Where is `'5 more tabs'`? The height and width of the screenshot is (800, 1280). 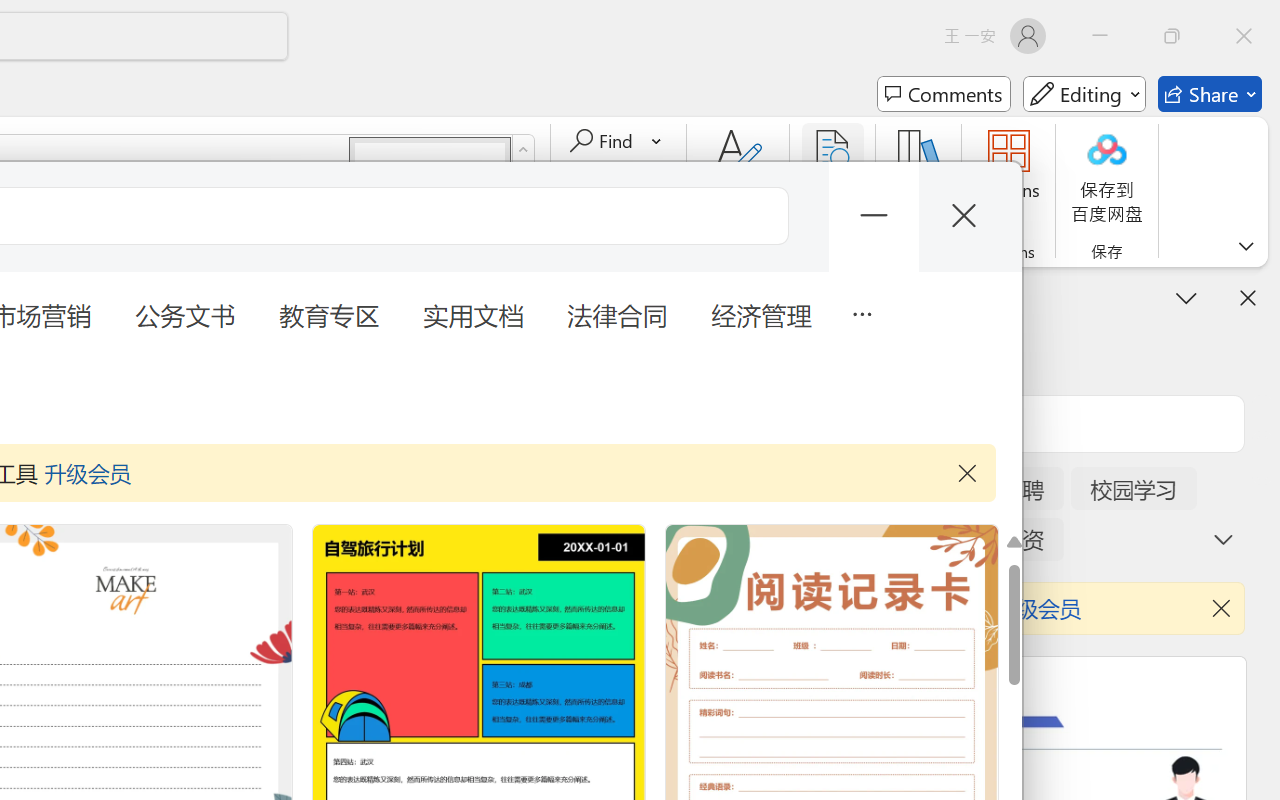
'5 more tabs' is located at coordinates (861, 311).